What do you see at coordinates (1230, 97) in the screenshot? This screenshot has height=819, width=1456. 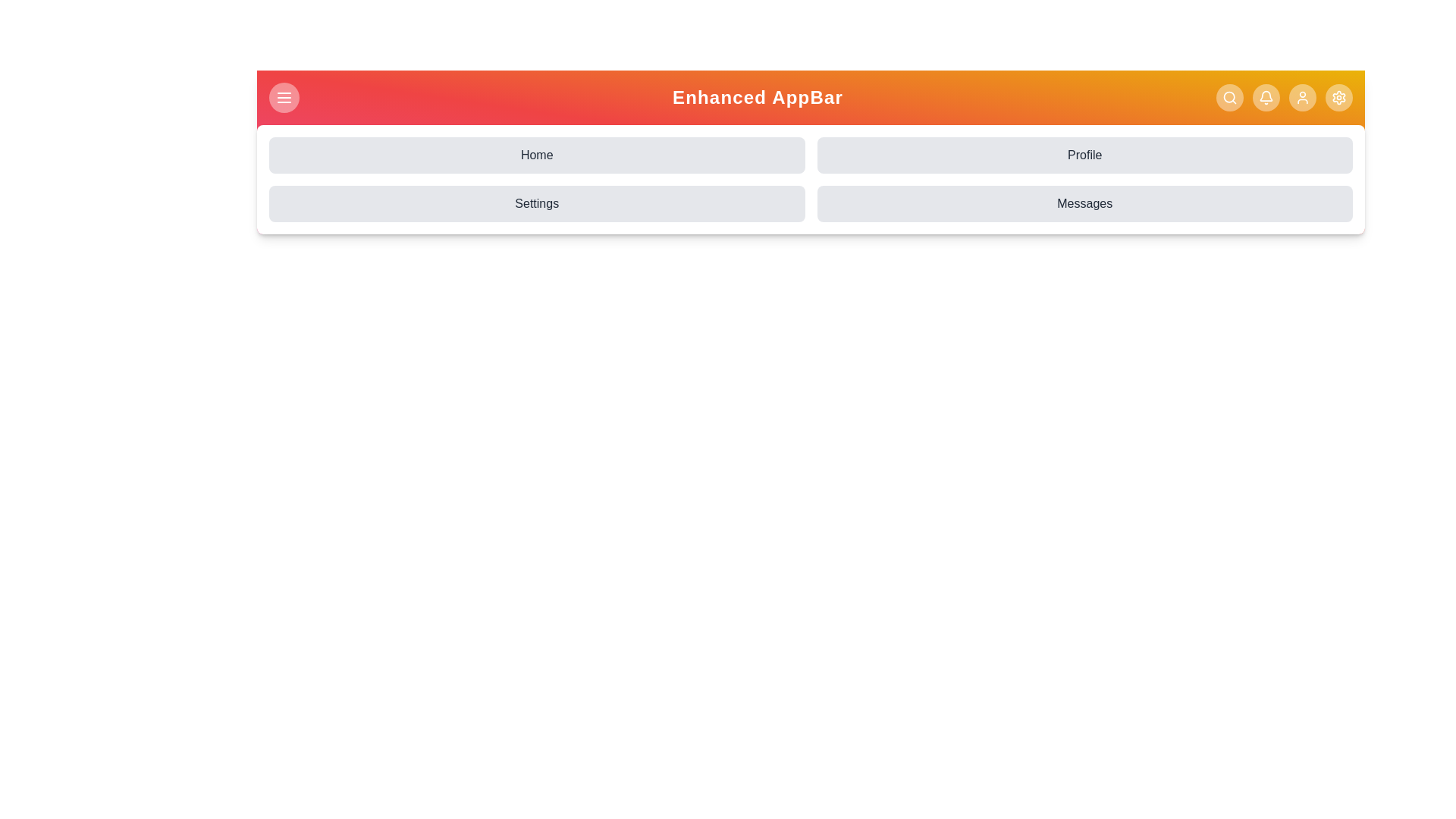 I see `the search button in the header` at bounding box center [1230, 97].